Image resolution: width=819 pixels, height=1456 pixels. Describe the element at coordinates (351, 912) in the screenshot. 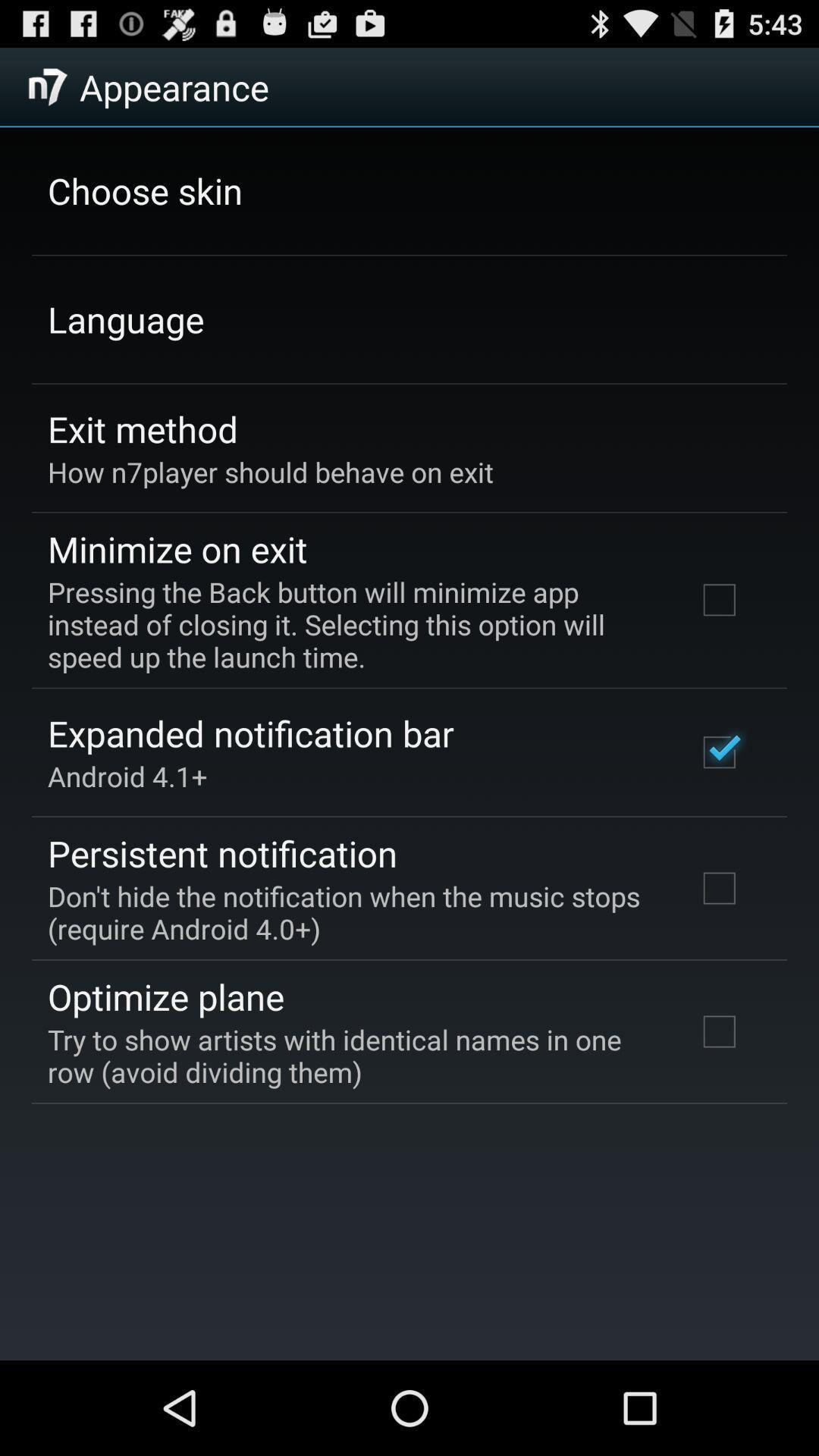

I see `the don t hide app` at that location.